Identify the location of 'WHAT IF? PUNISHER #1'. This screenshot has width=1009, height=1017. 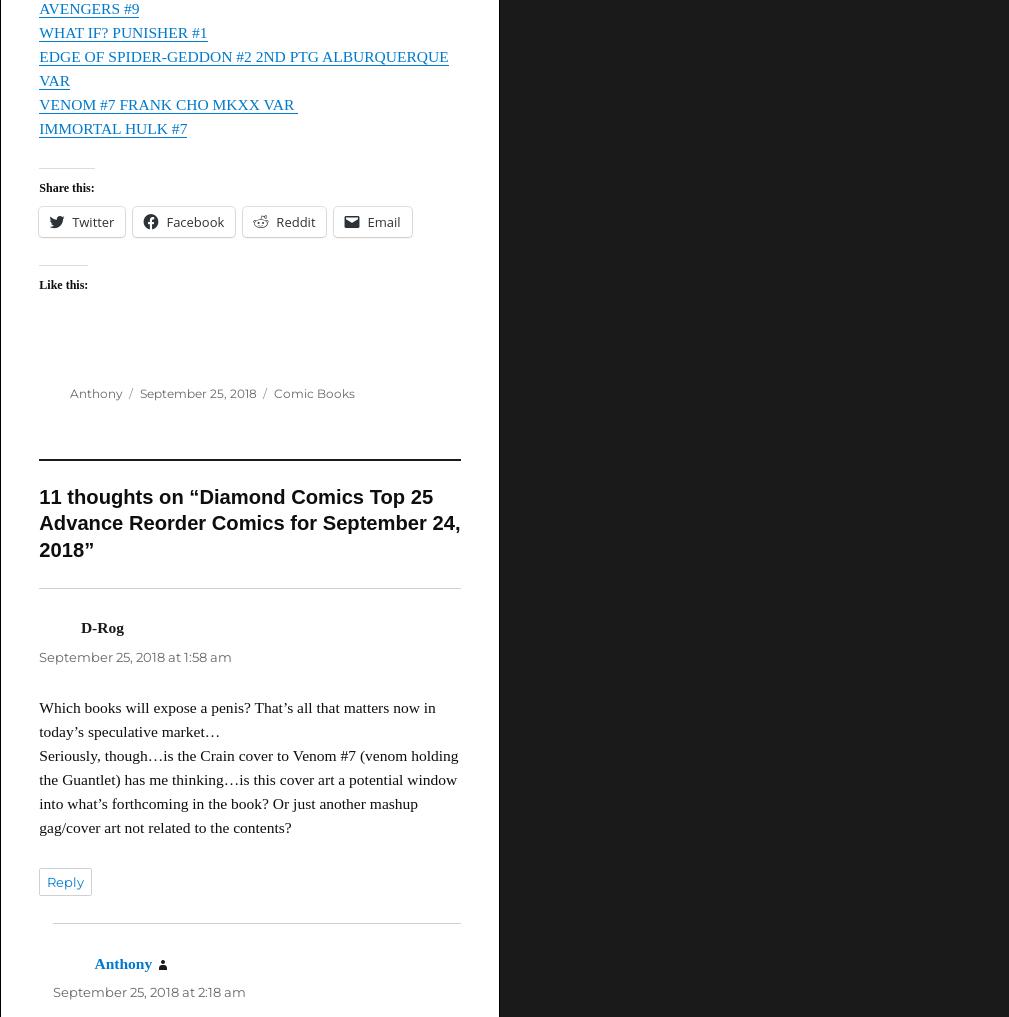
(121, 30).